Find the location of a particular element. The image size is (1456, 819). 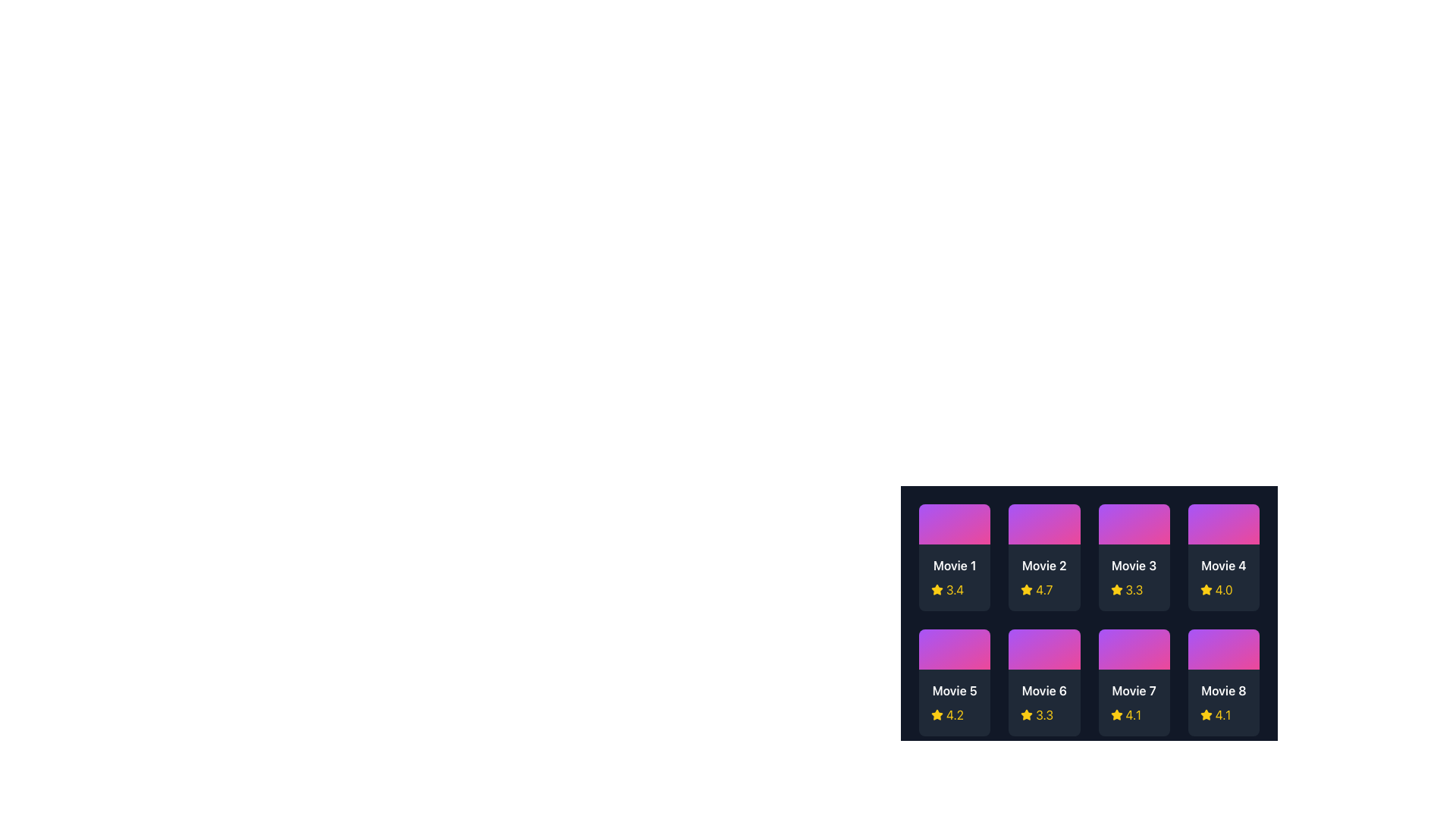

the Text label displaying the rating score for 'Movie 5', located in the bottom left corner of the movie card, next to the star icon is located at coordinates (954, 715).